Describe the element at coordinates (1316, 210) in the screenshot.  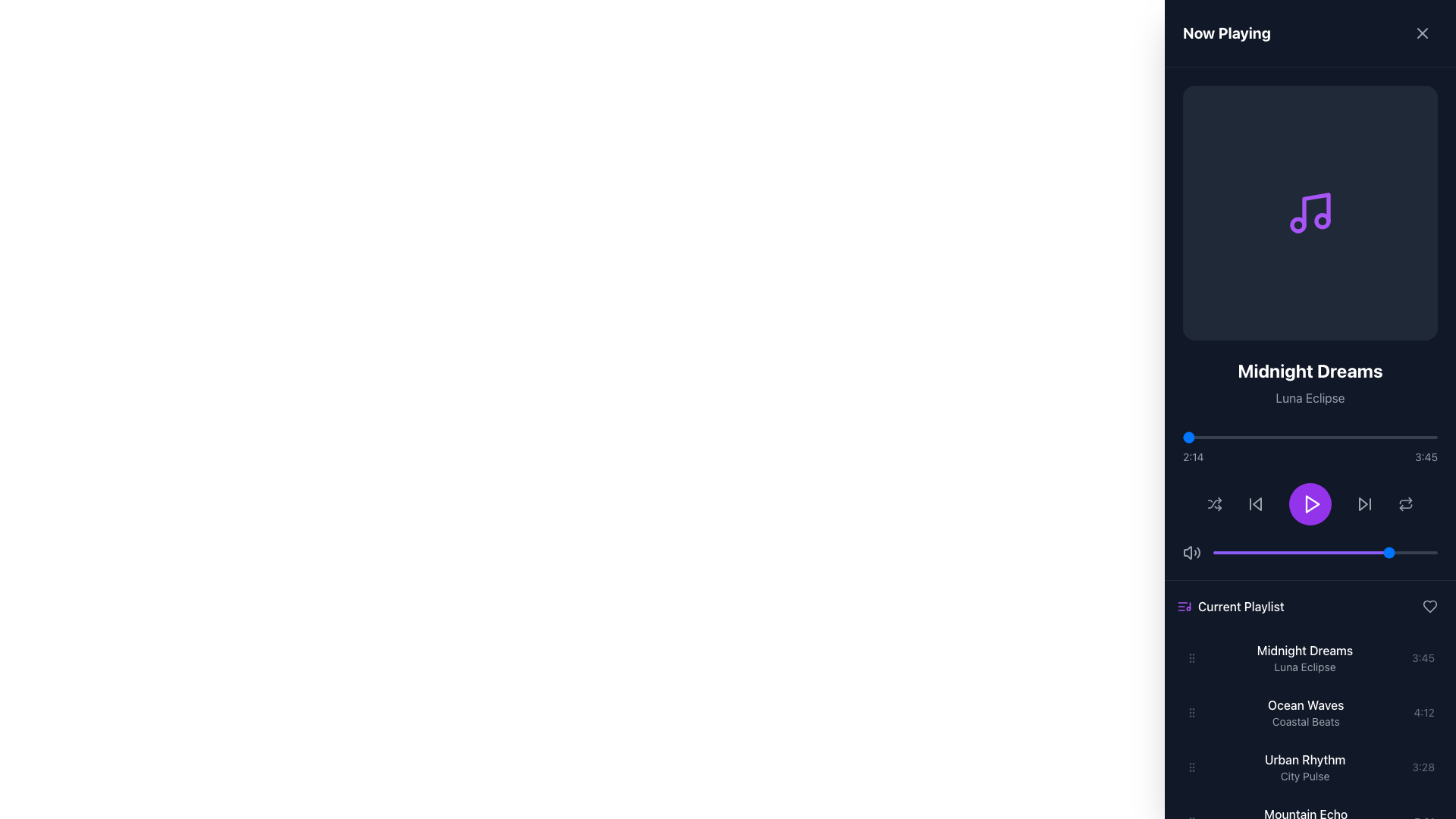
I see `the narrow, vertical music note stem icon located centrally within the music player interface` at that location.